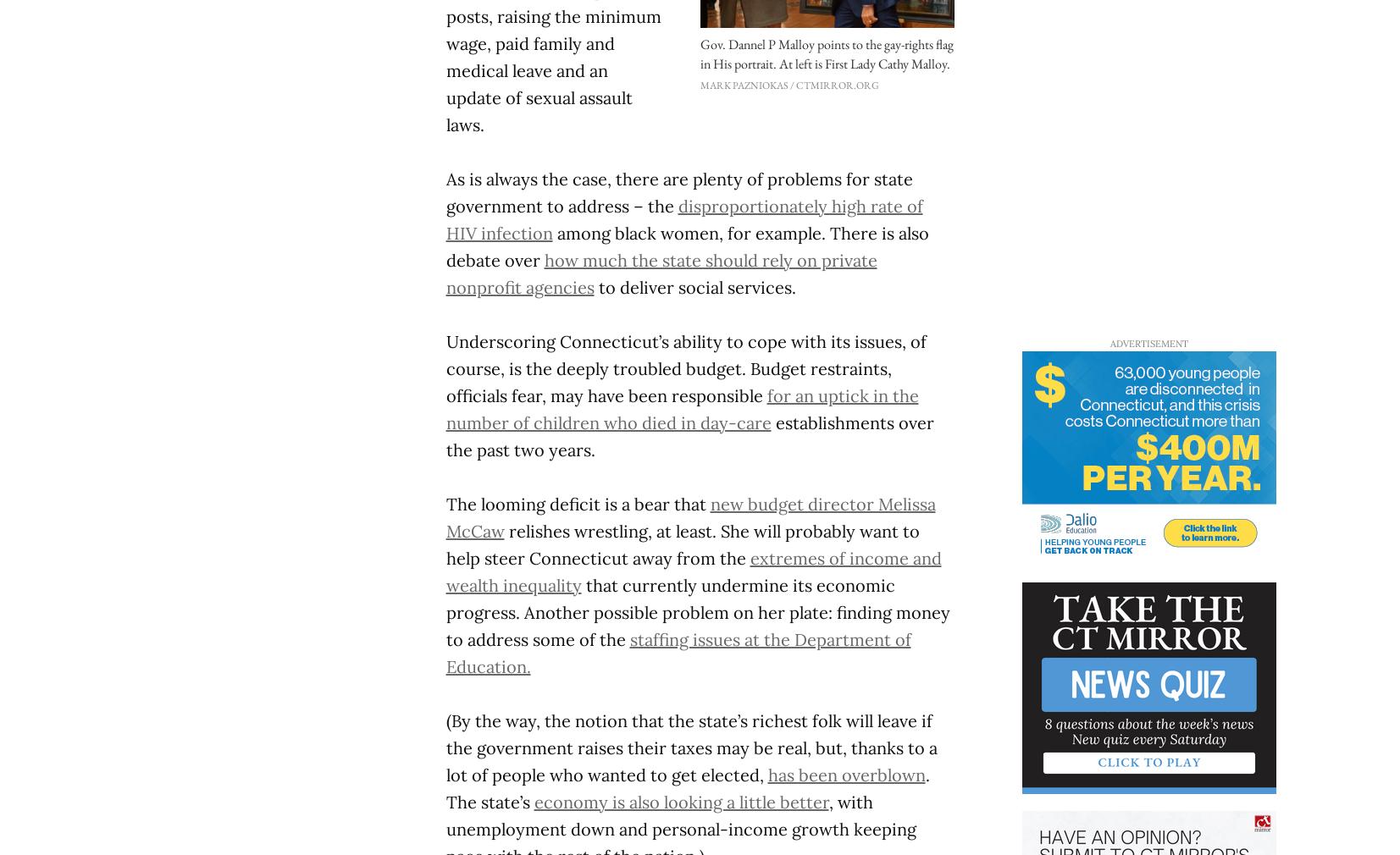 The width and height of the screenshot is (1400, 855). What do you see at coordinates (683, 218) in the screenshot?
I see `'disproportionately high rate of HIV infection'` at bounding box center [683, 218].